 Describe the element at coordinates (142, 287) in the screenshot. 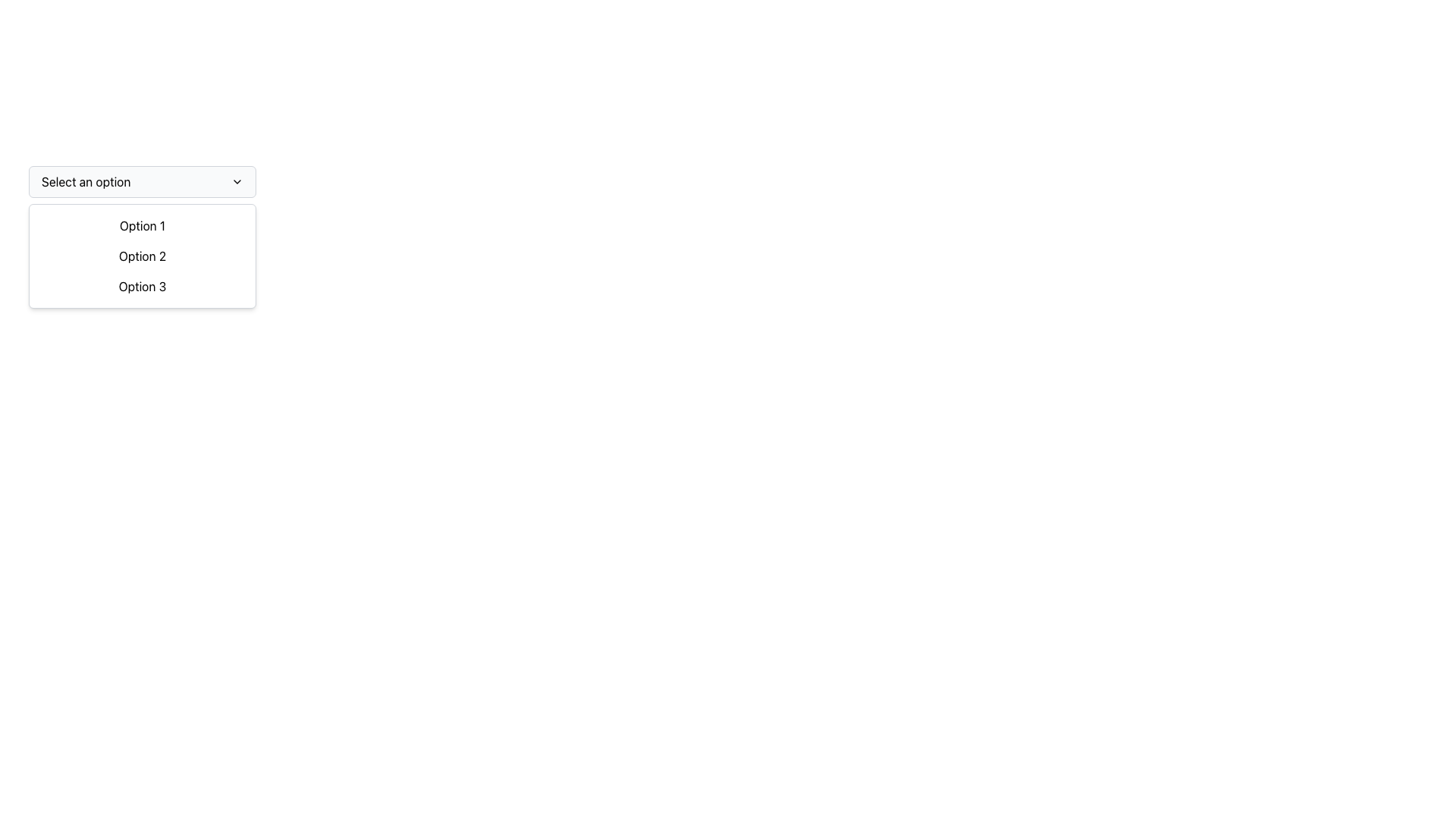

I see `the third option in the dropdown list` at that location.